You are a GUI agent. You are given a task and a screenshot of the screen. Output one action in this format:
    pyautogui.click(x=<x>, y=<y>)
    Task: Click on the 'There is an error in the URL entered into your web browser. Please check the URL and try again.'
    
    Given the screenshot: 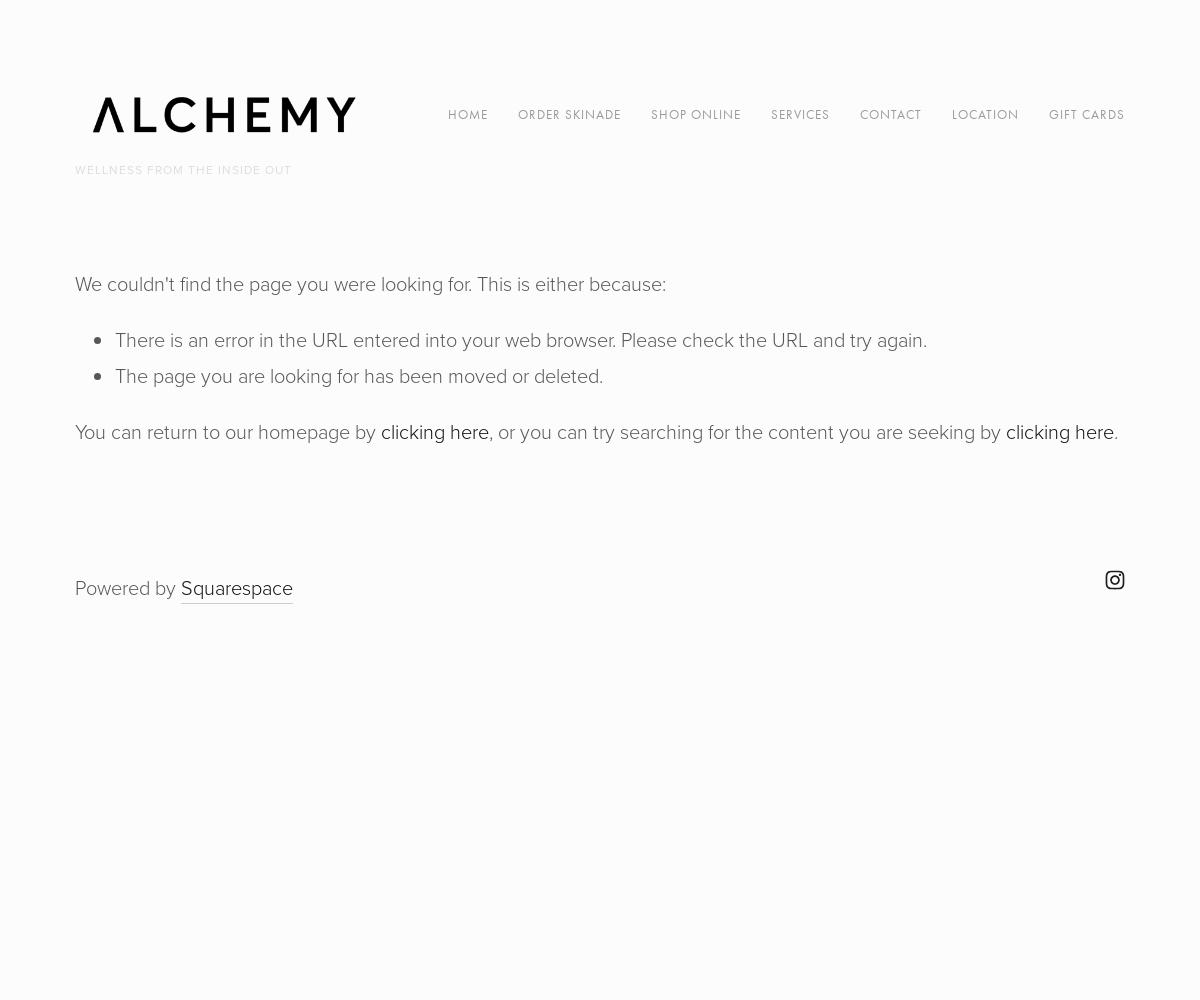 What is the action you would take?
    pyautogui.click(x=520, y=339)
    